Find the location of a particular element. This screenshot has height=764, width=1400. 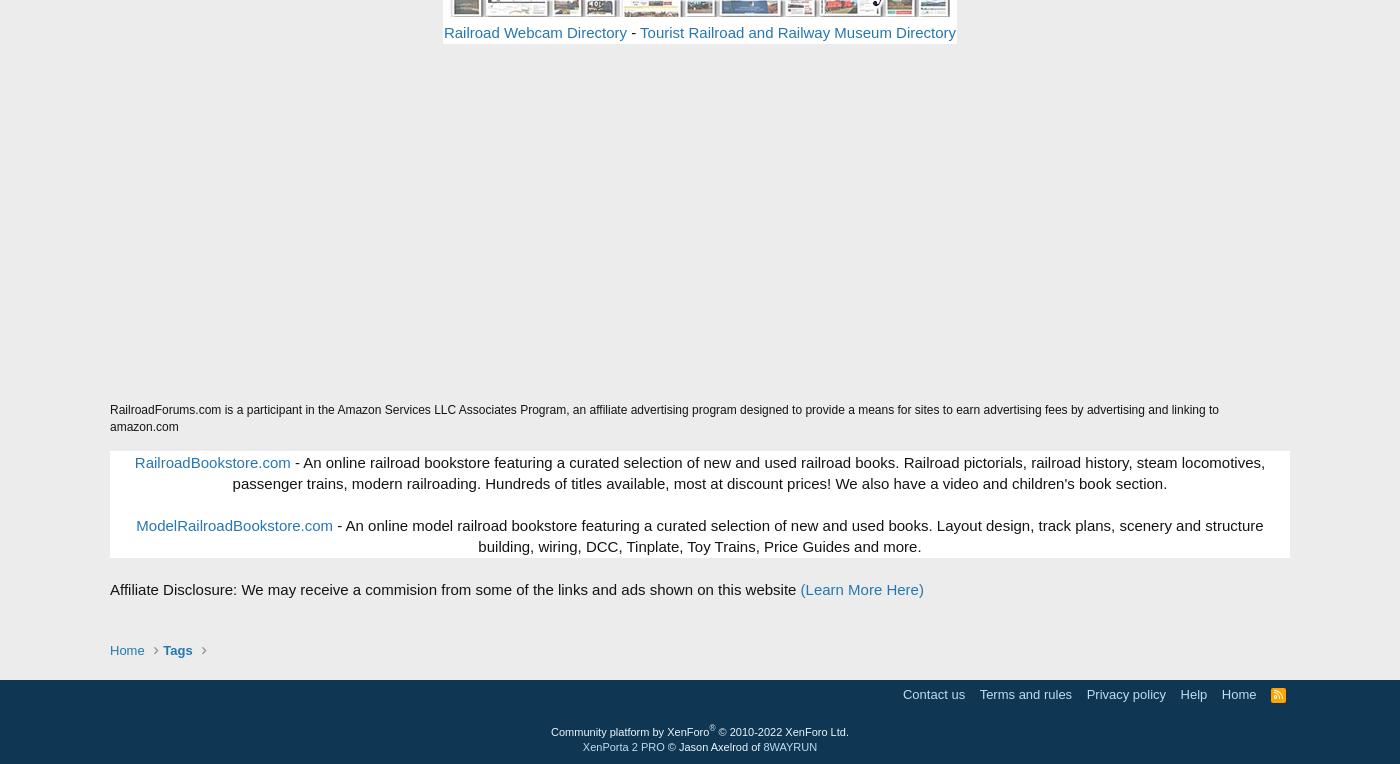

'© 2010-2022 XenForo Ltd.' is located at coordinates (783, 730).